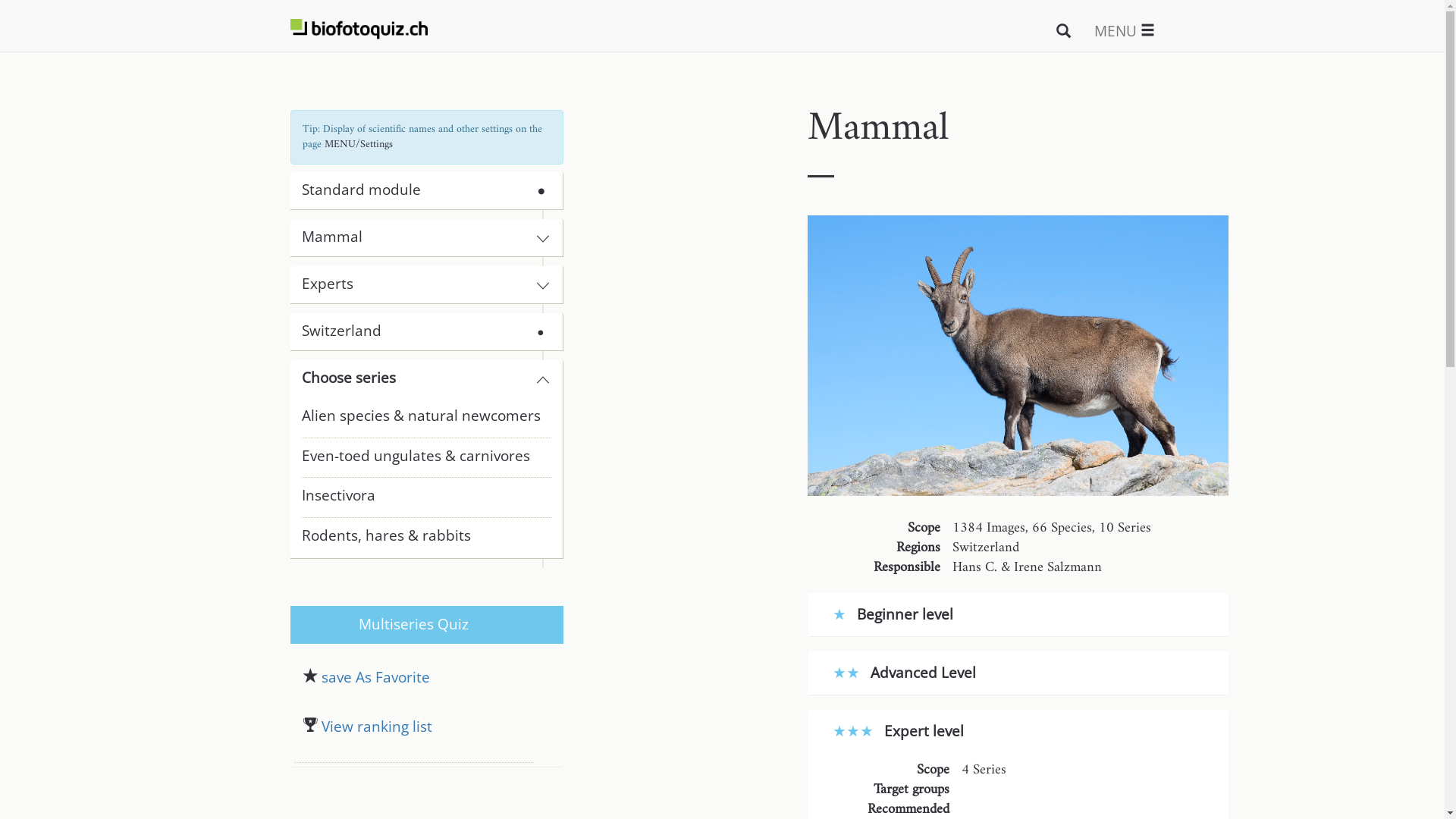  I want to click on 'MENU', so click(1125, 30).